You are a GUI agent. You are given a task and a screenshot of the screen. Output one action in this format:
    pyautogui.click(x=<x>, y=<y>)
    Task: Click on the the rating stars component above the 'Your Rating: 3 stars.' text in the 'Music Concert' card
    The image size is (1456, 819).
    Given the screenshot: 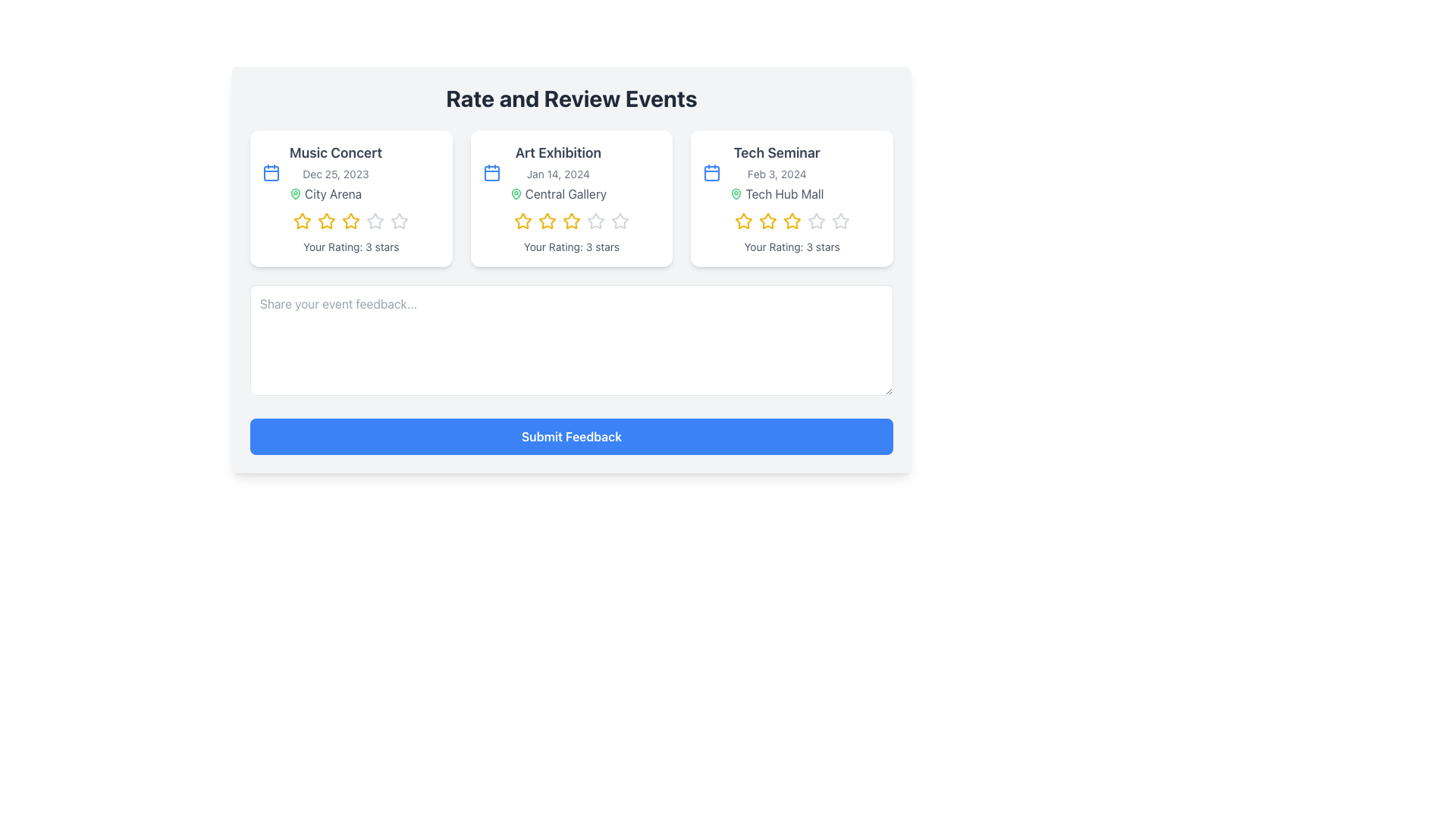 What is the action you would take?
    pyautogui.click(x=350, y=221)
    